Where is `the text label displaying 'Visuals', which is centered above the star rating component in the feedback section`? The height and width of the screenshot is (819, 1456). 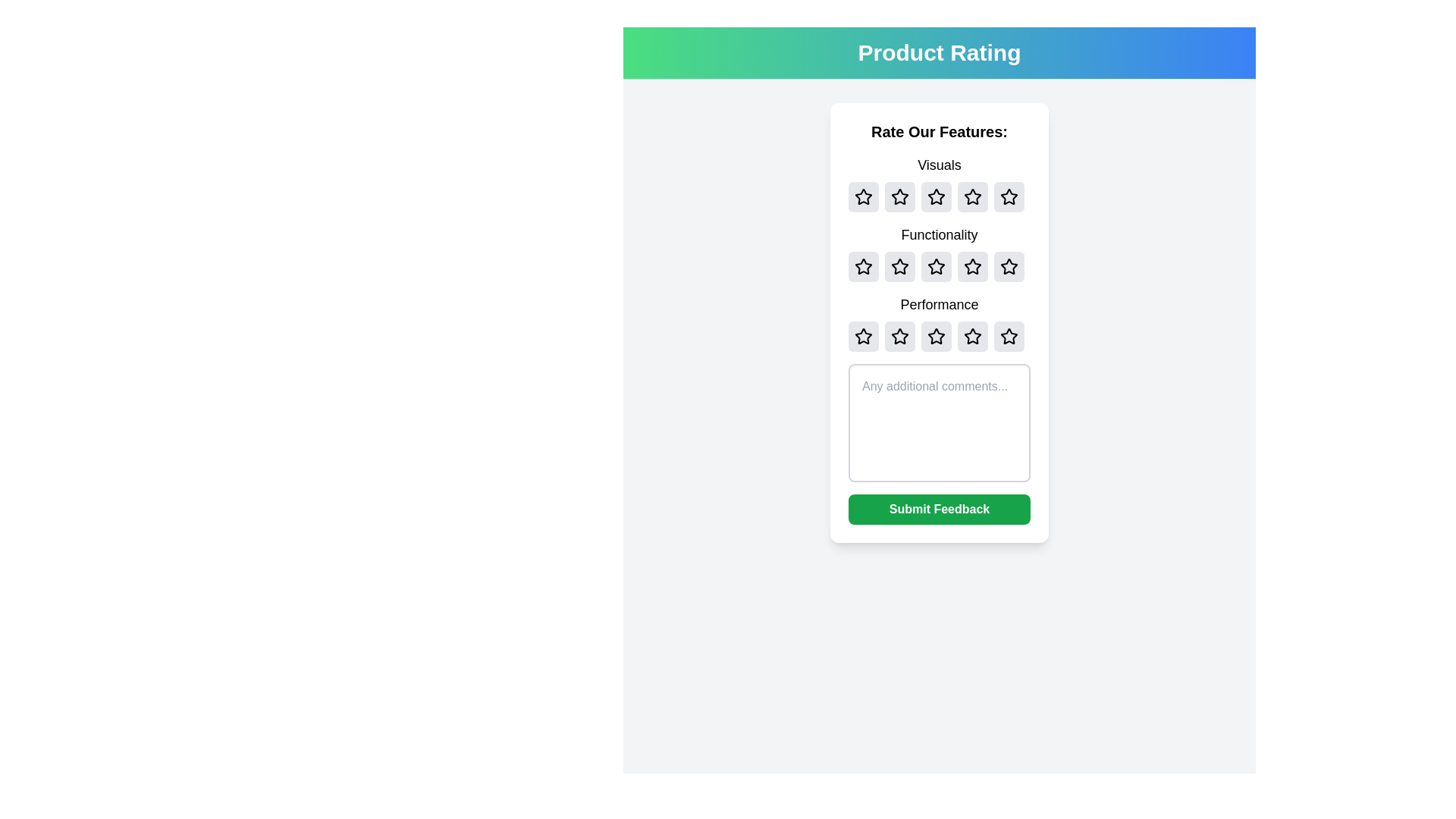
the text label displaying 'Visuals', which is centered above the star rating component in the feedback section is located at coordinates (938, 165).